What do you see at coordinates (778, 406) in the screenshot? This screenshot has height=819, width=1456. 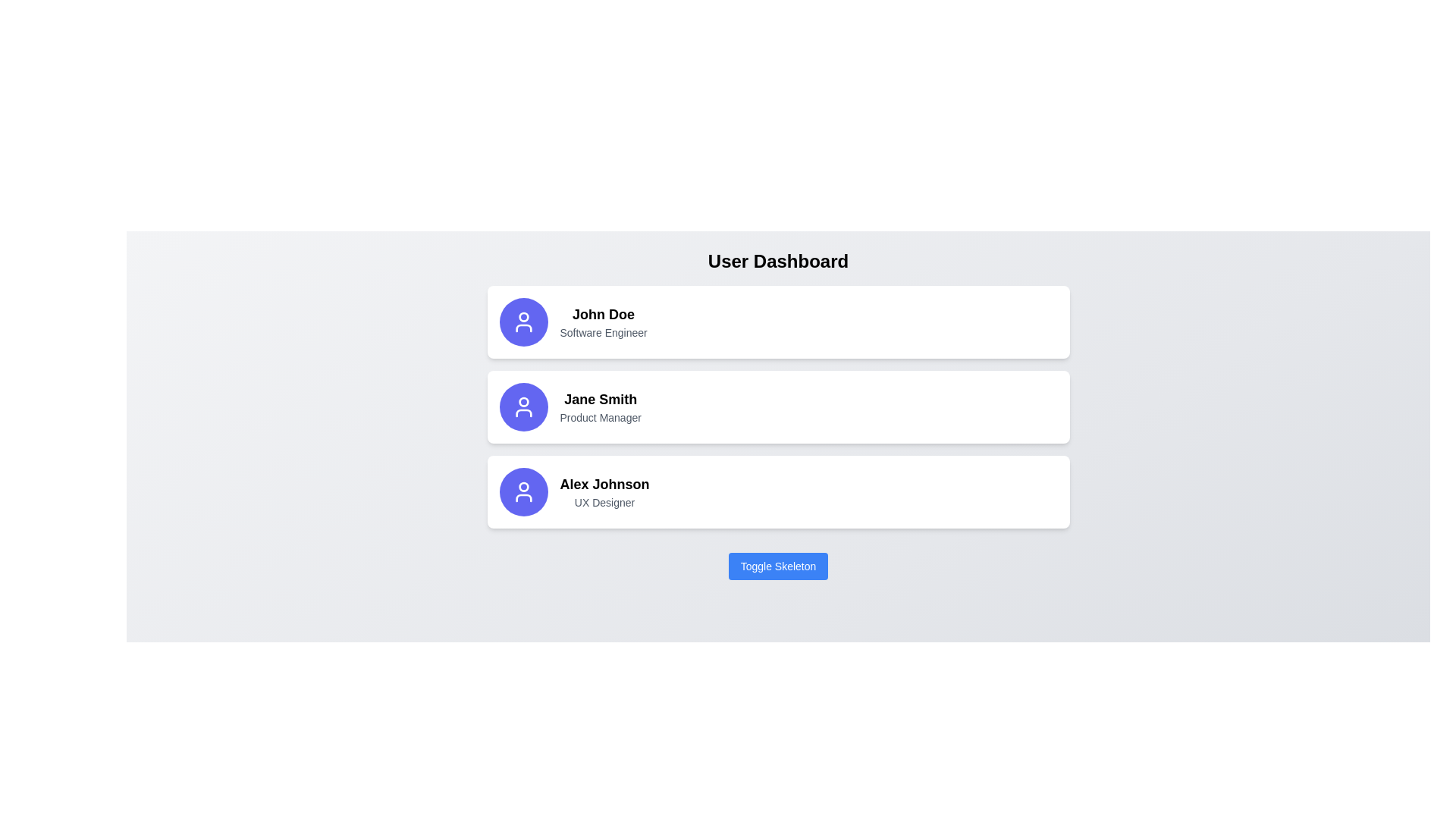 I see `the Profile card for 'Jane Smith', which is the second card in a vertical list` at bounding box center [778, 406].